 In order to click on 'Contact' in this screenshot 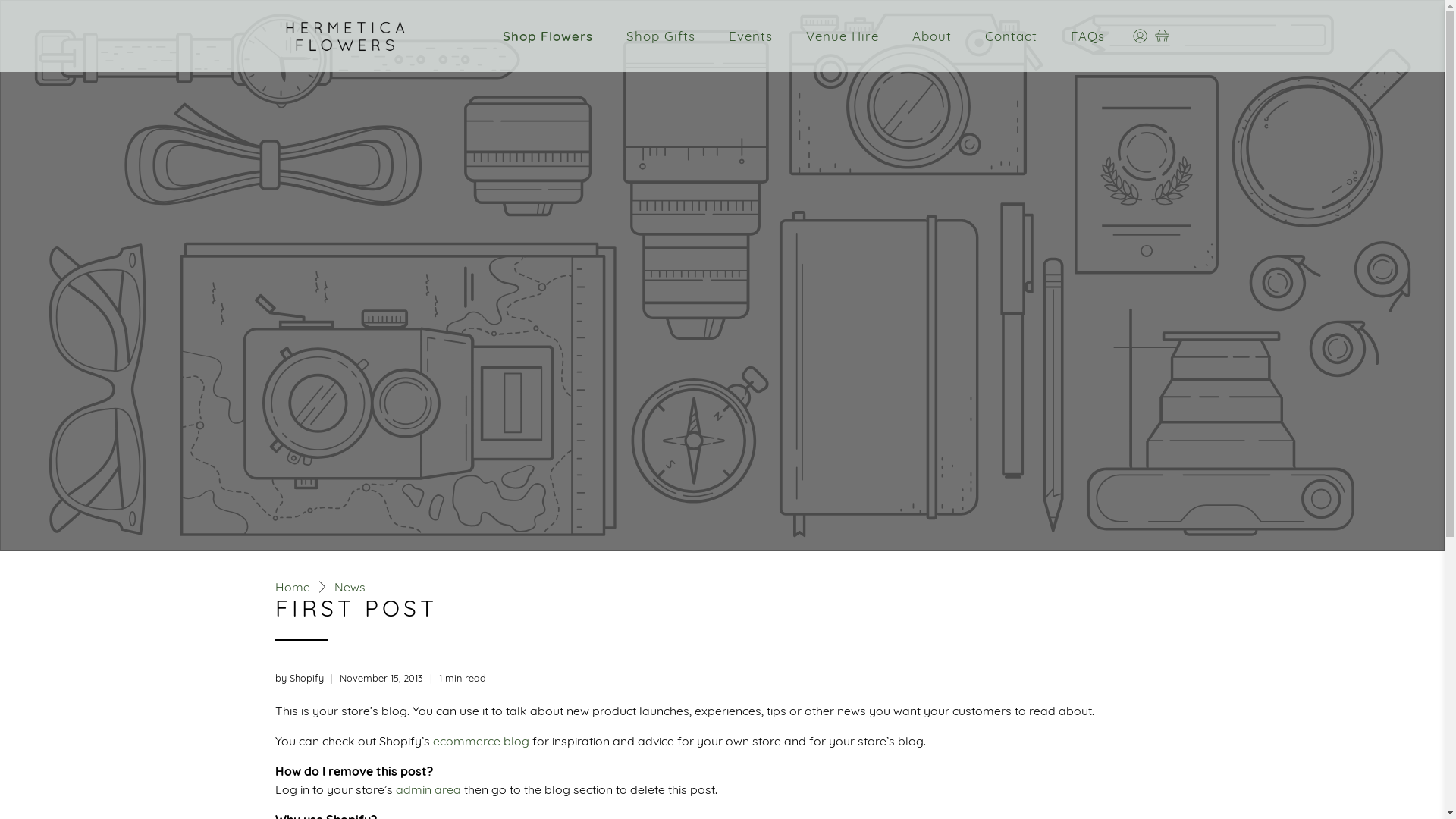, I will do `click(1011, 35)`.